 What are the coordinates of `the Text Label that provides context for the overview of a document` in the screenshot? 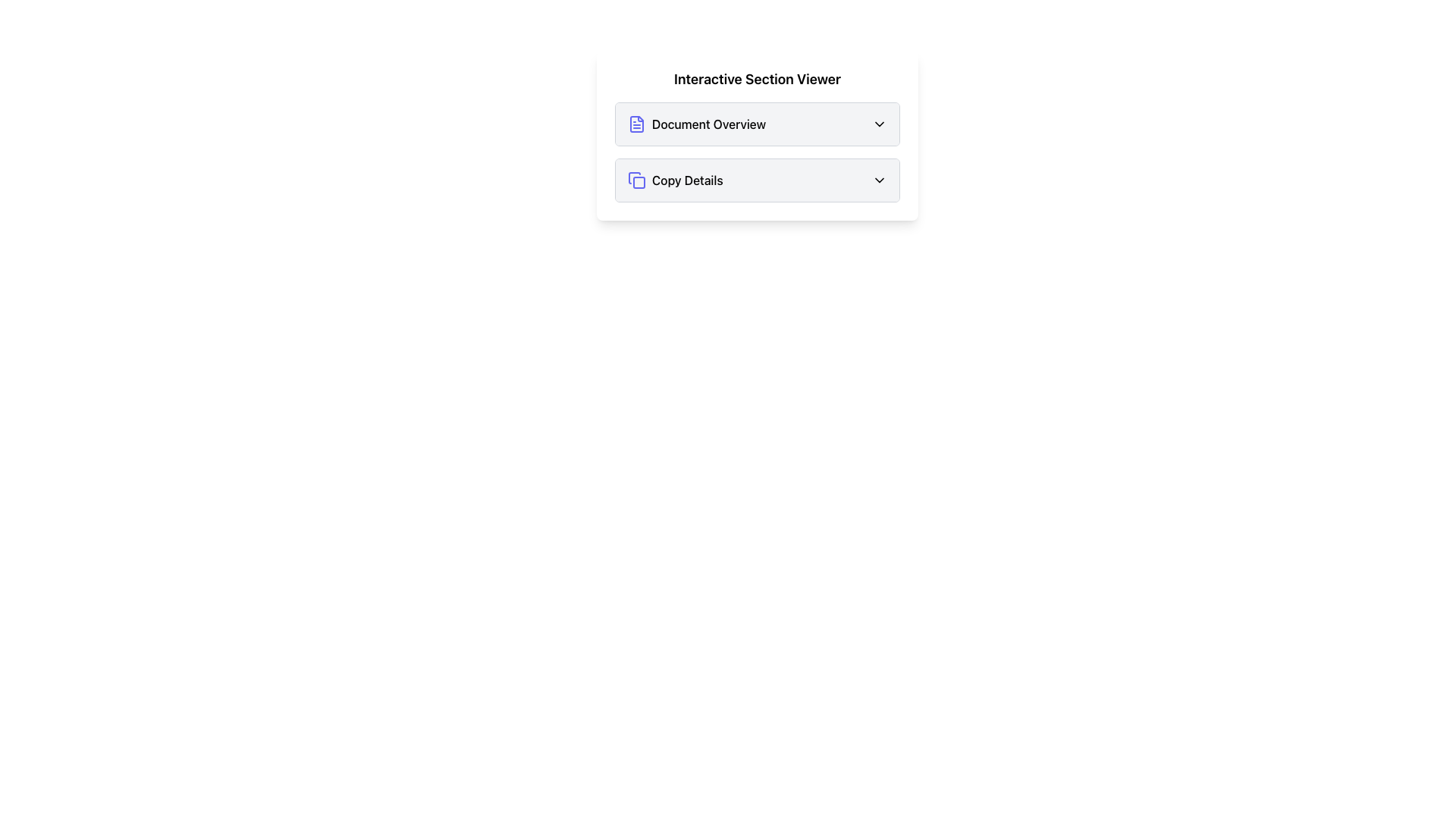 It's located at (708, 124).